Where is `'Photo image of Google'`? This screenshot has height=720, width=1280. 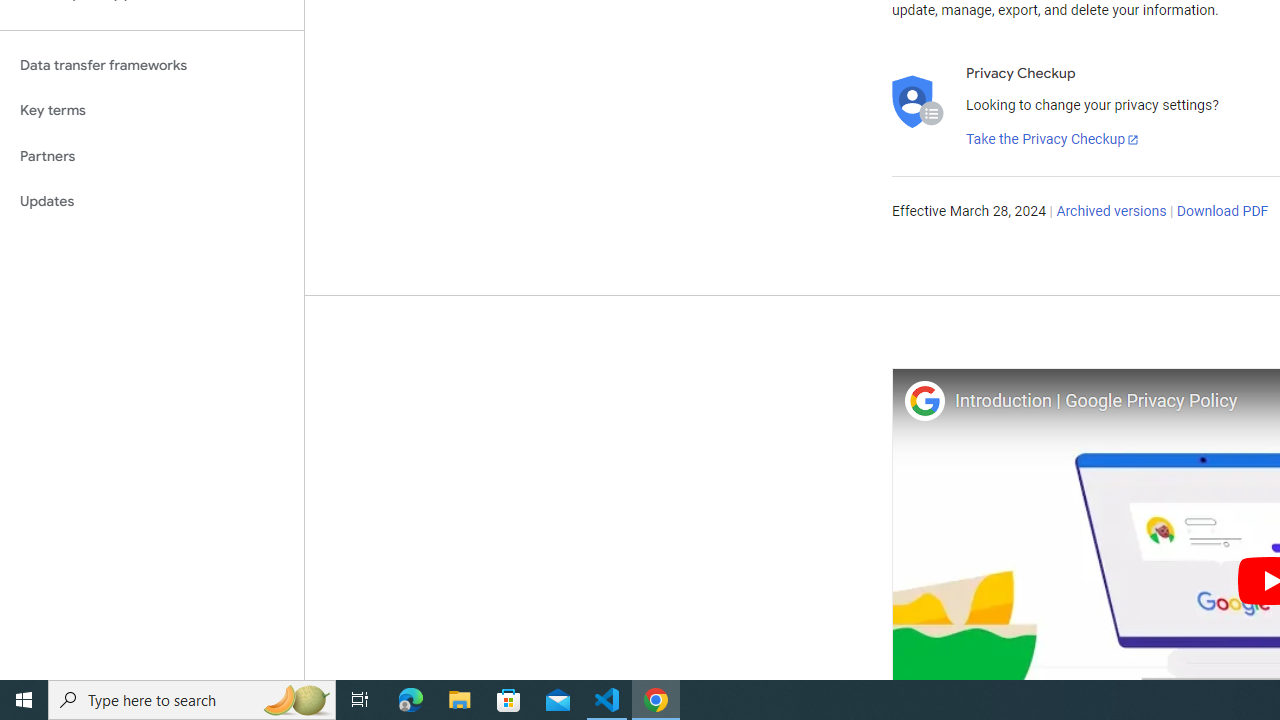
'Photo image of Google' is located at coordinates (923, 400).